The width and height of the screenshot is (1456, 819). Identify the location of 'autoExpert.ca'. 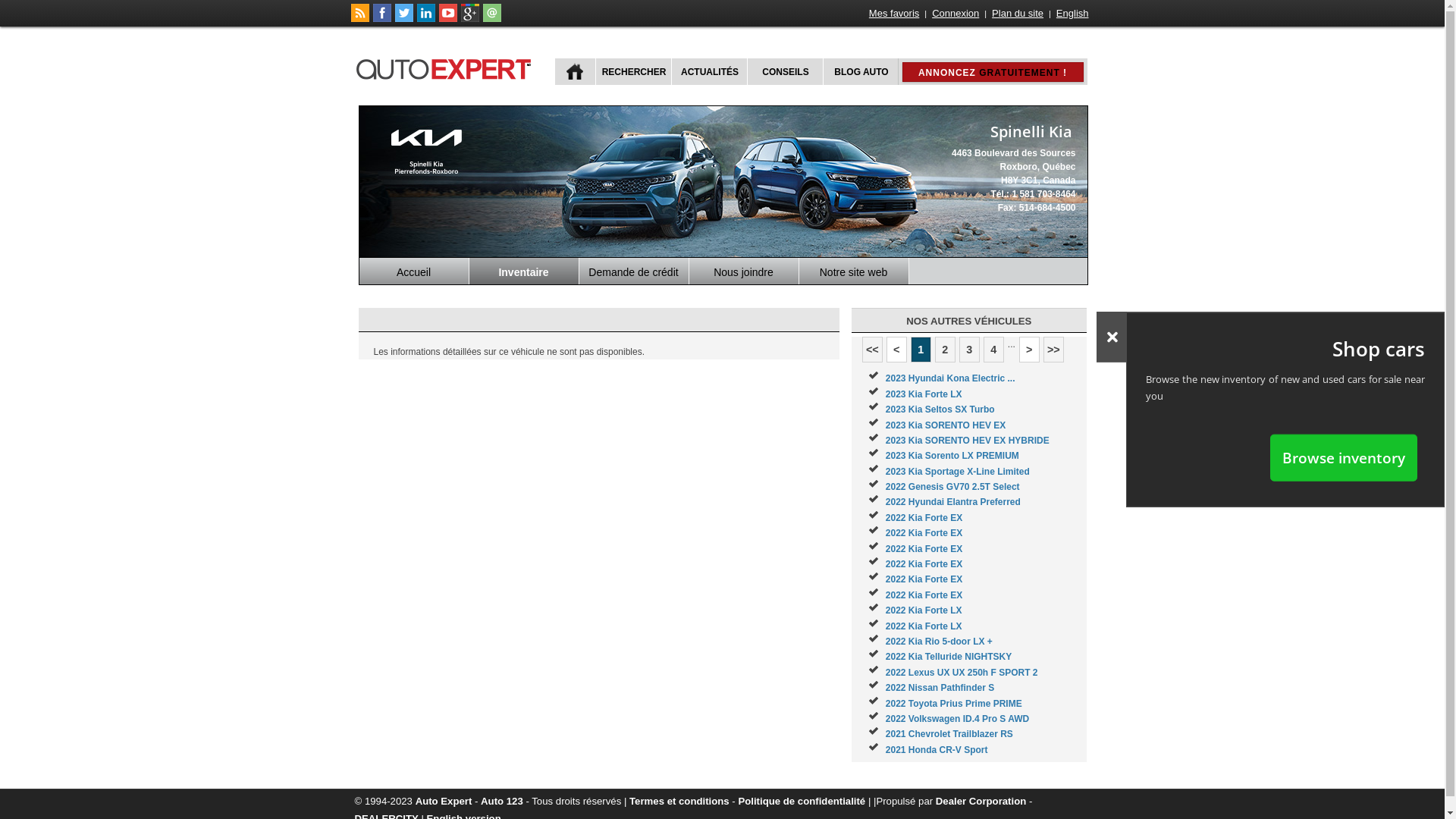
(353, 66).